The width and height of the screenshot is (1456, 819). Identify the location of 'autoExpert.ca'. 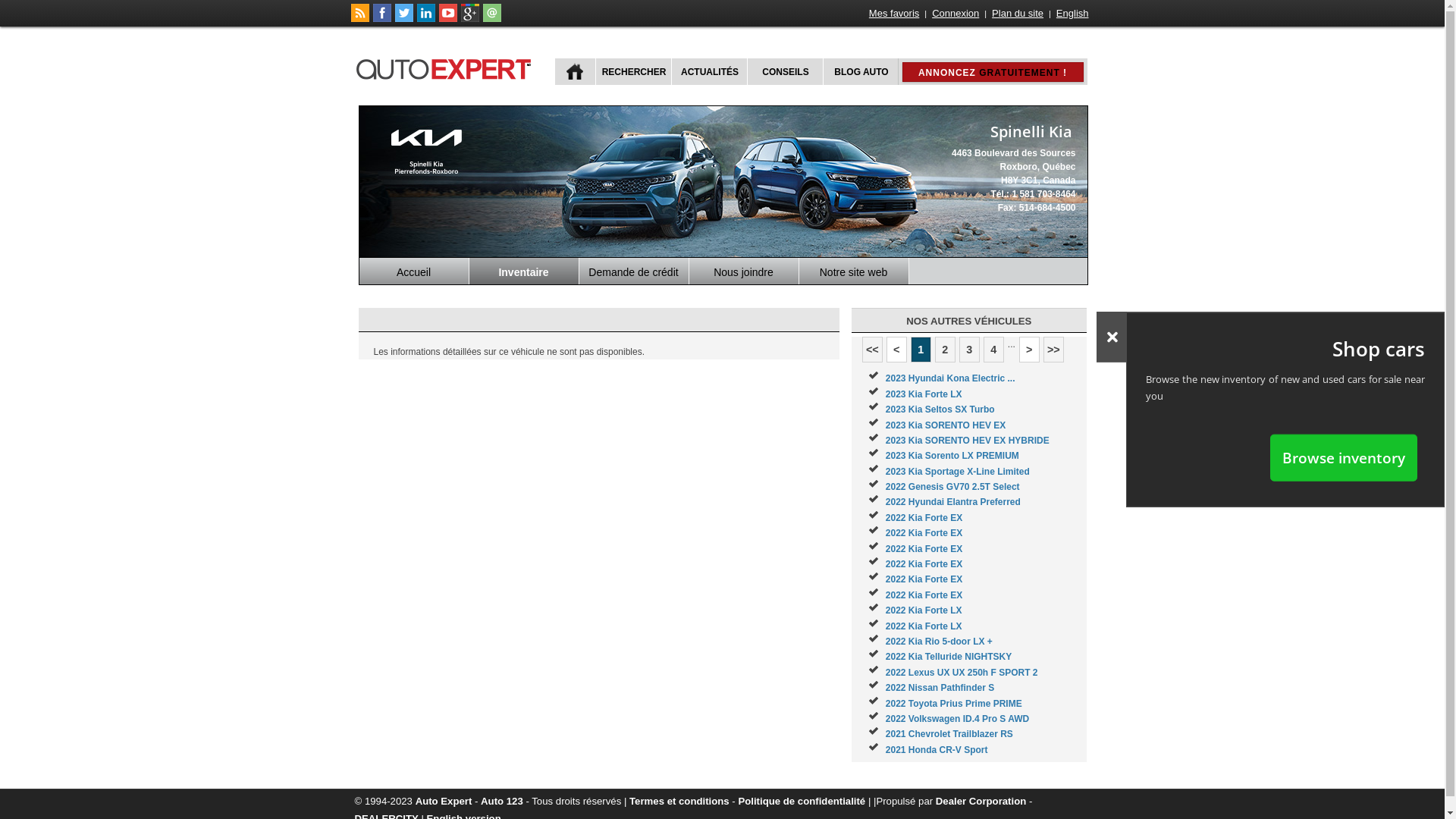
(353, 66).